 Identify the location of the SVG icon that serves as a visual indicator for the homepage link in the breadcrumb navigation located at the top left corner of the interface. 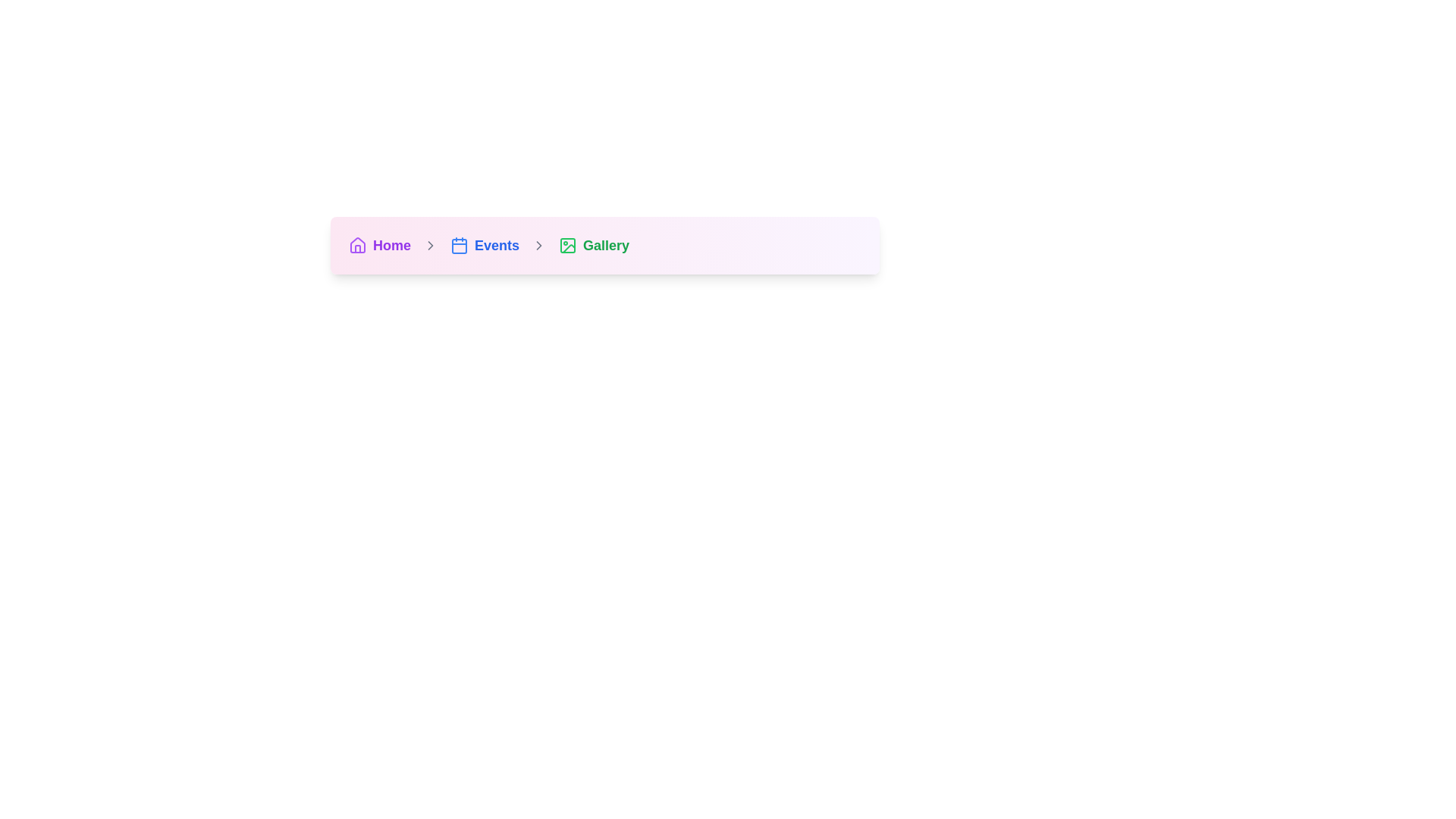
(356, 245).